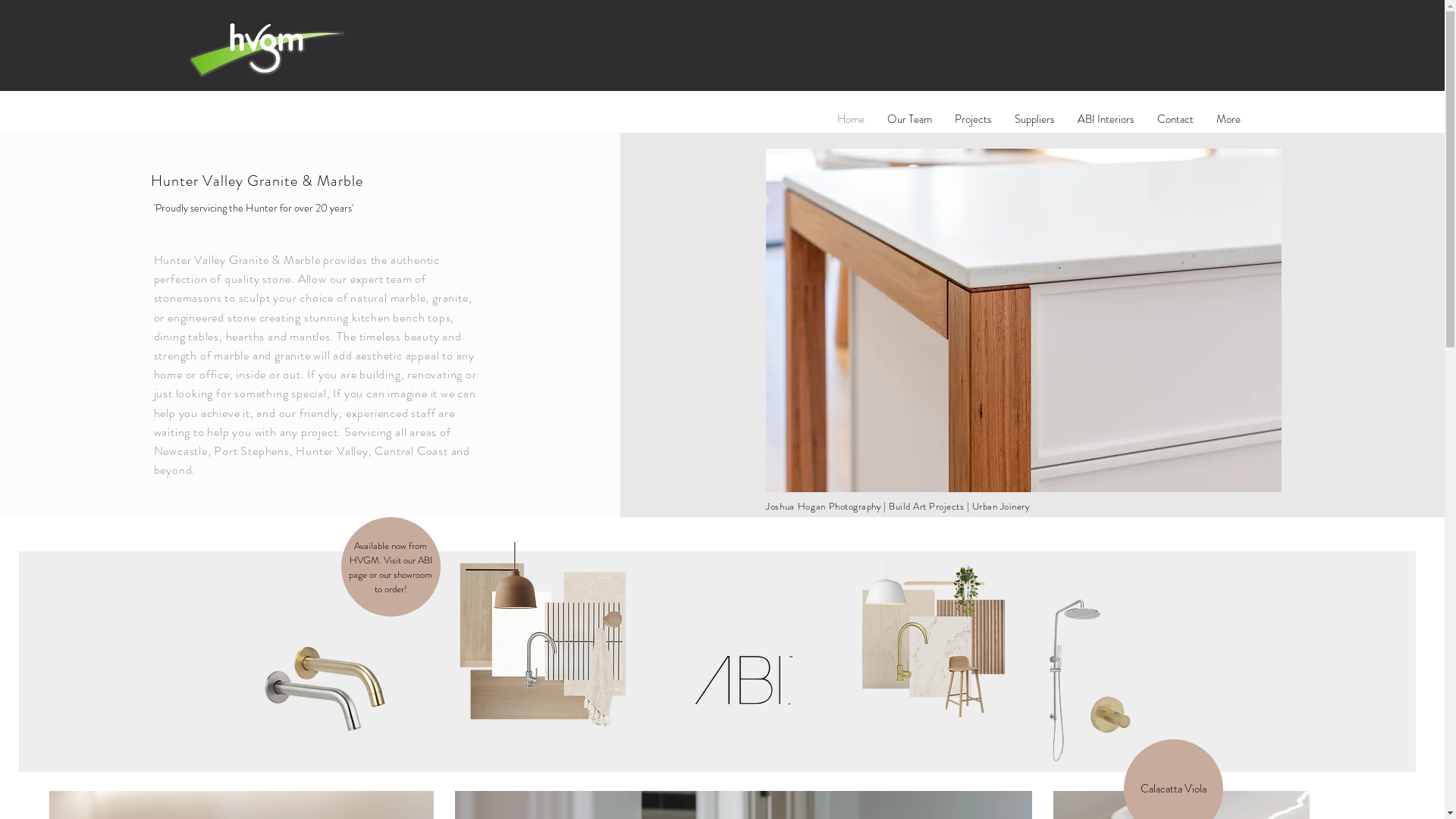 The image size is (1456, 819). I want to click on 'Contact', so click(1174, 118).